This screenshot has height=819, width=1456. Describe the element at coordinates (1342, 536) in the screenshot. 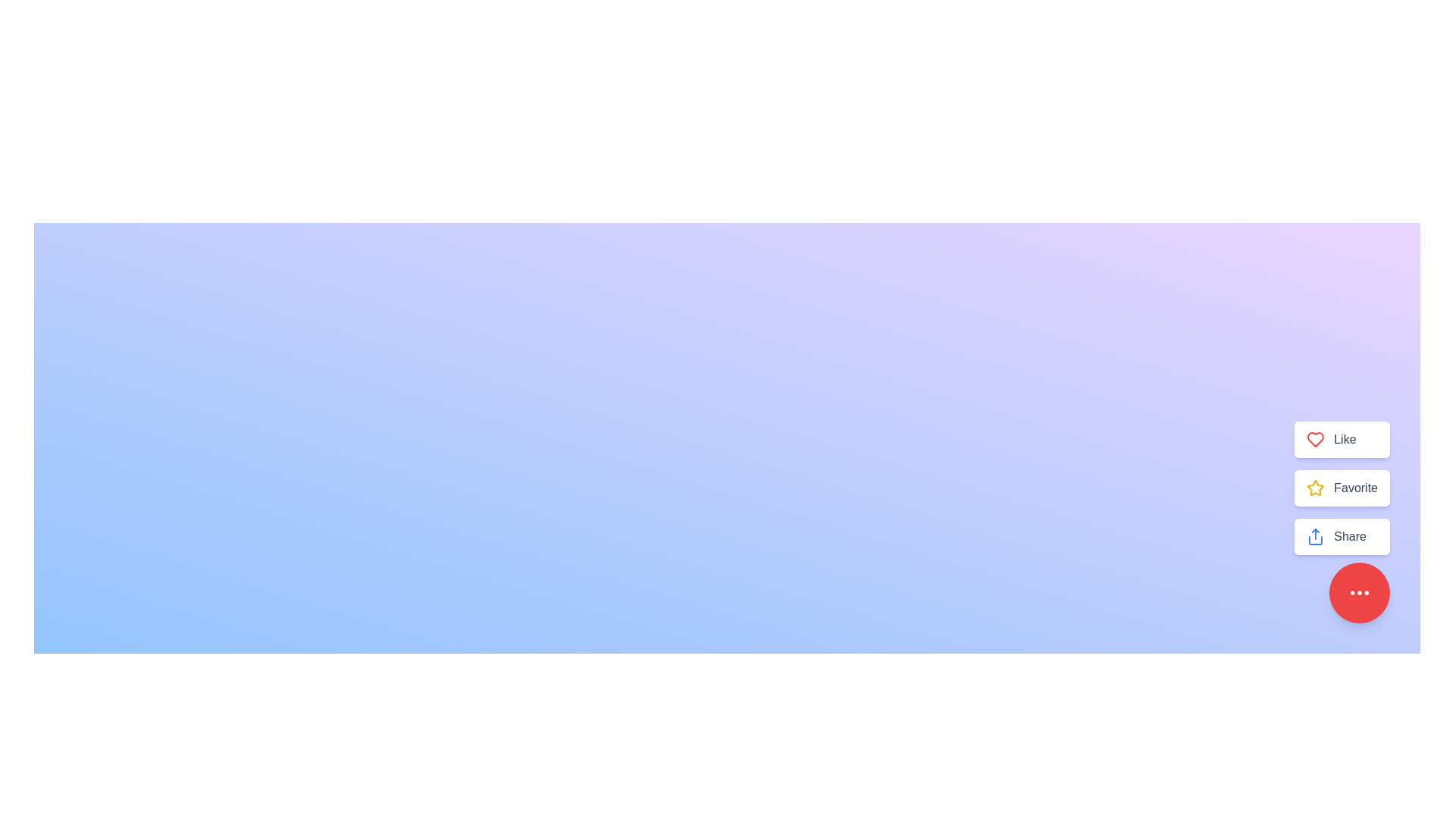

I see `the 'Share' button` at that location.